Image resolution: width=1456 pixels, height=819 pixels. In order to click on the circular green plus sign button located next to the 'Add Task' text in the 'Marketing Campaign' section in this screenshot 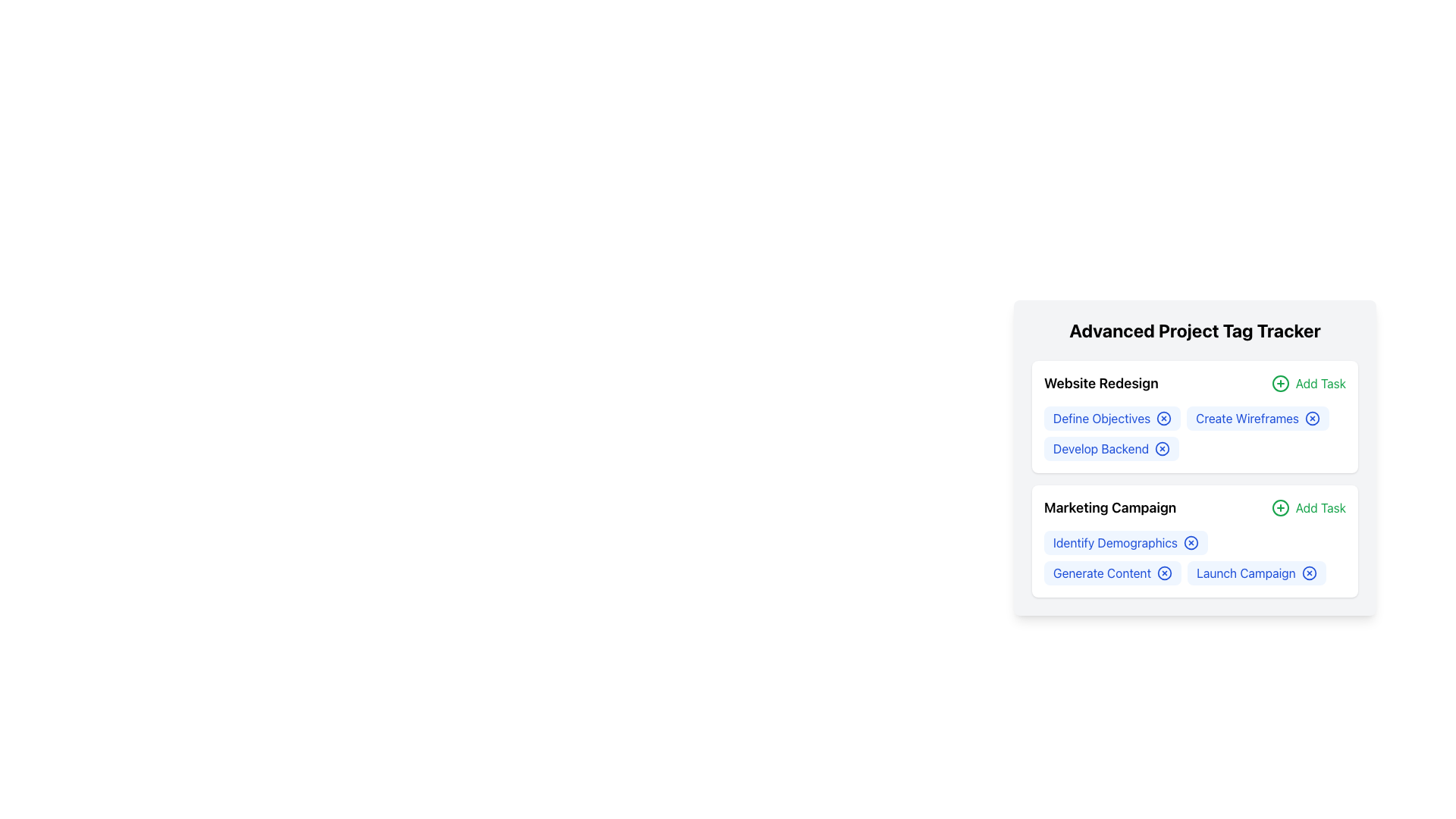, I will do `click(1279, 508)`.